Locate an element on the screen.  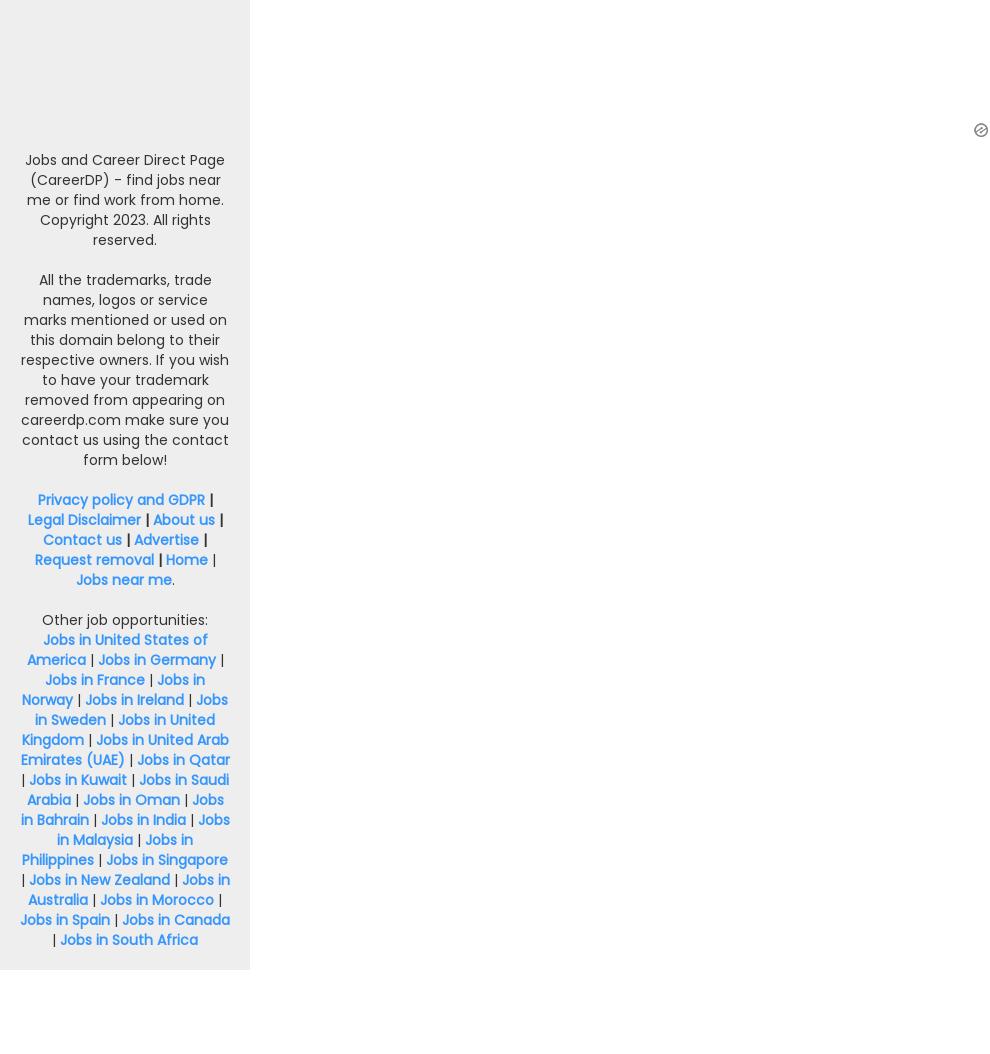
'Jobs in United States of America' is located at coordinates (115, 648).